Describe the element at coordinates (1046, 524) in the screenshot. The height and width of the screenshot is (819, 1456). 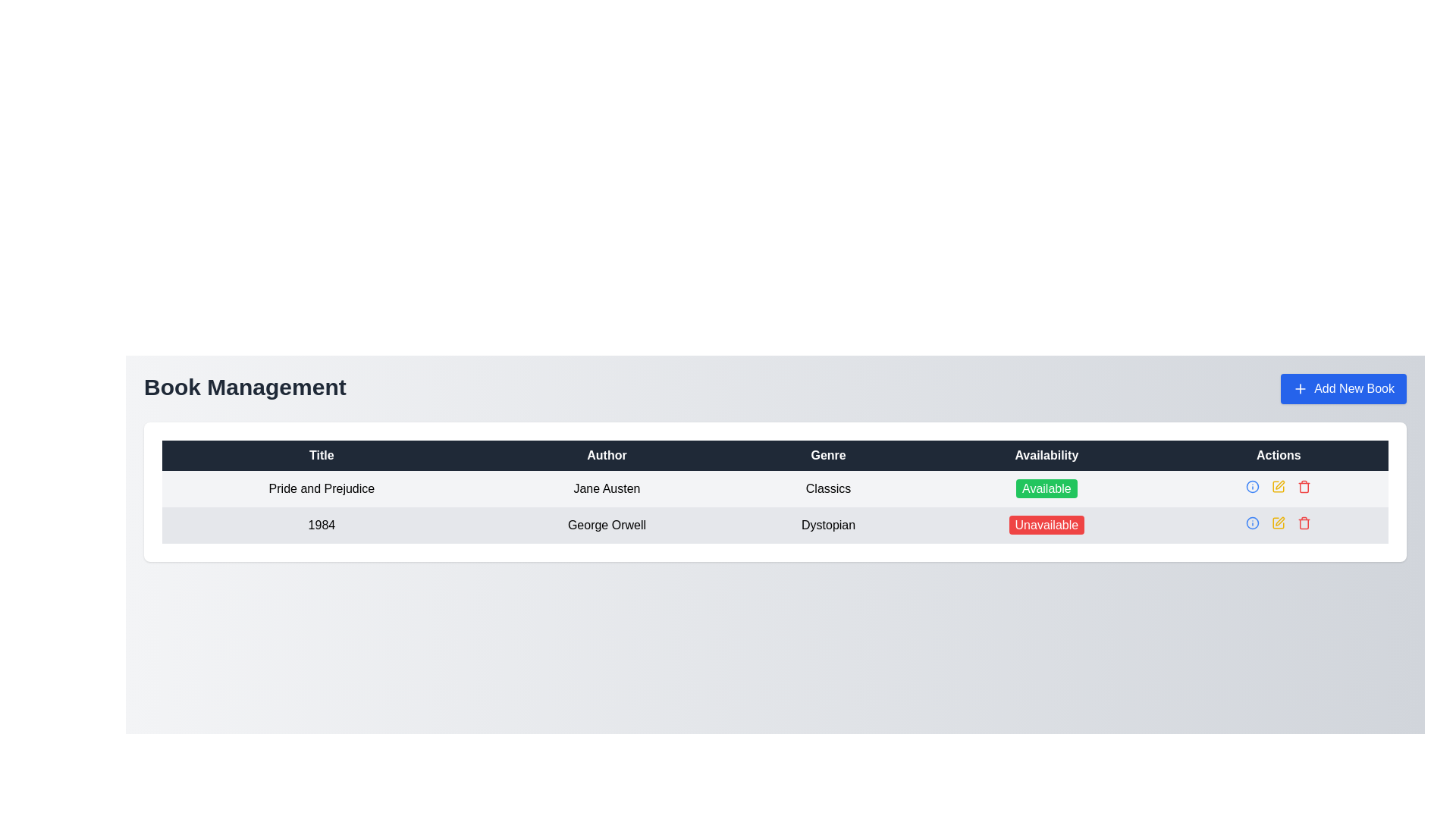
I see `the availability status label for the book '1984' in the second row of the table, indicating that it is not available` at that location.